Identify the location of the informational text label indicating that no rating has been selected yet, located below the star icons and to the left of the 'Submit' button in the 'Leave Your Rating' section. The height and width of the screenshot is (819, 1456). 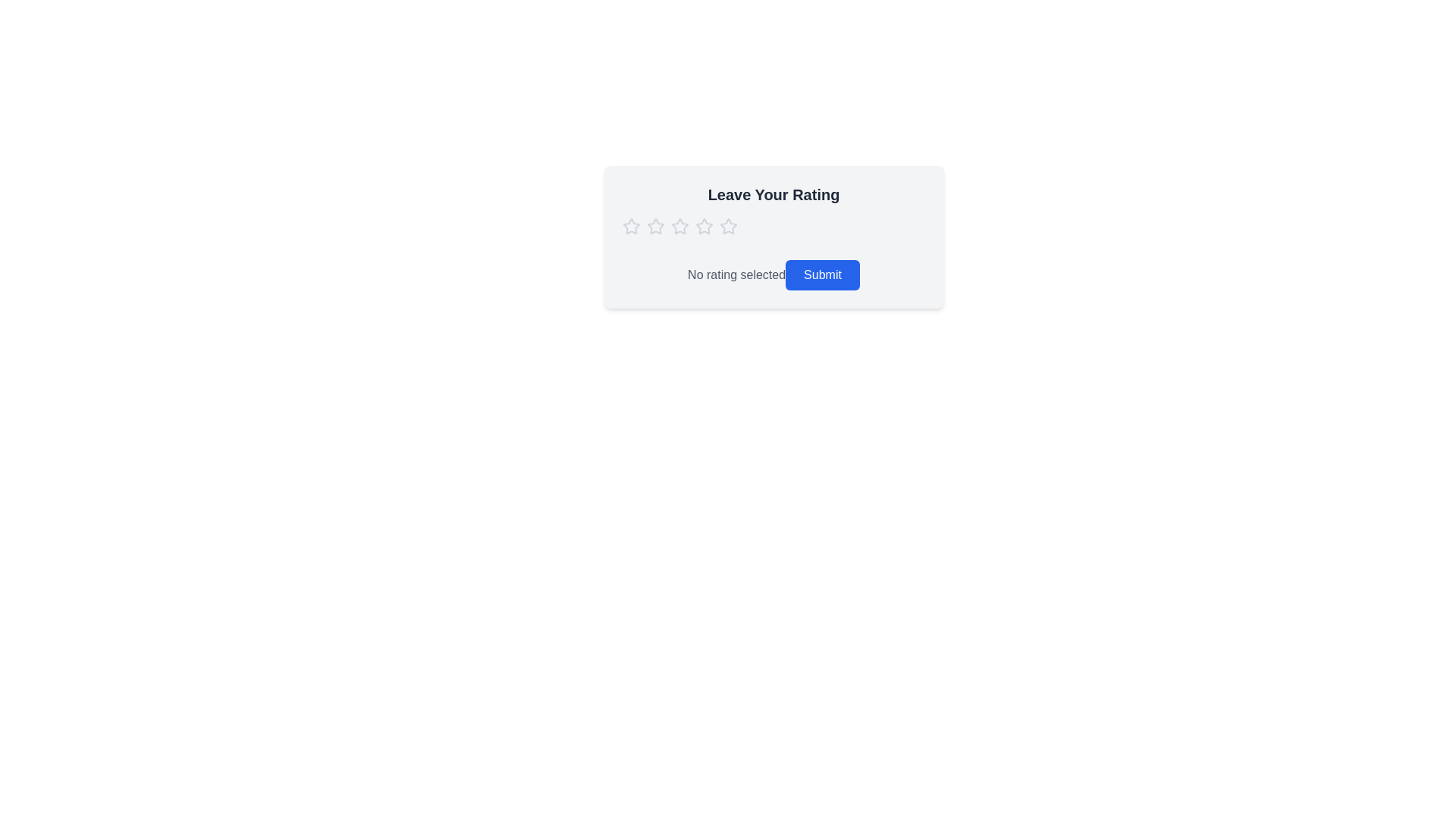
(736, 275).